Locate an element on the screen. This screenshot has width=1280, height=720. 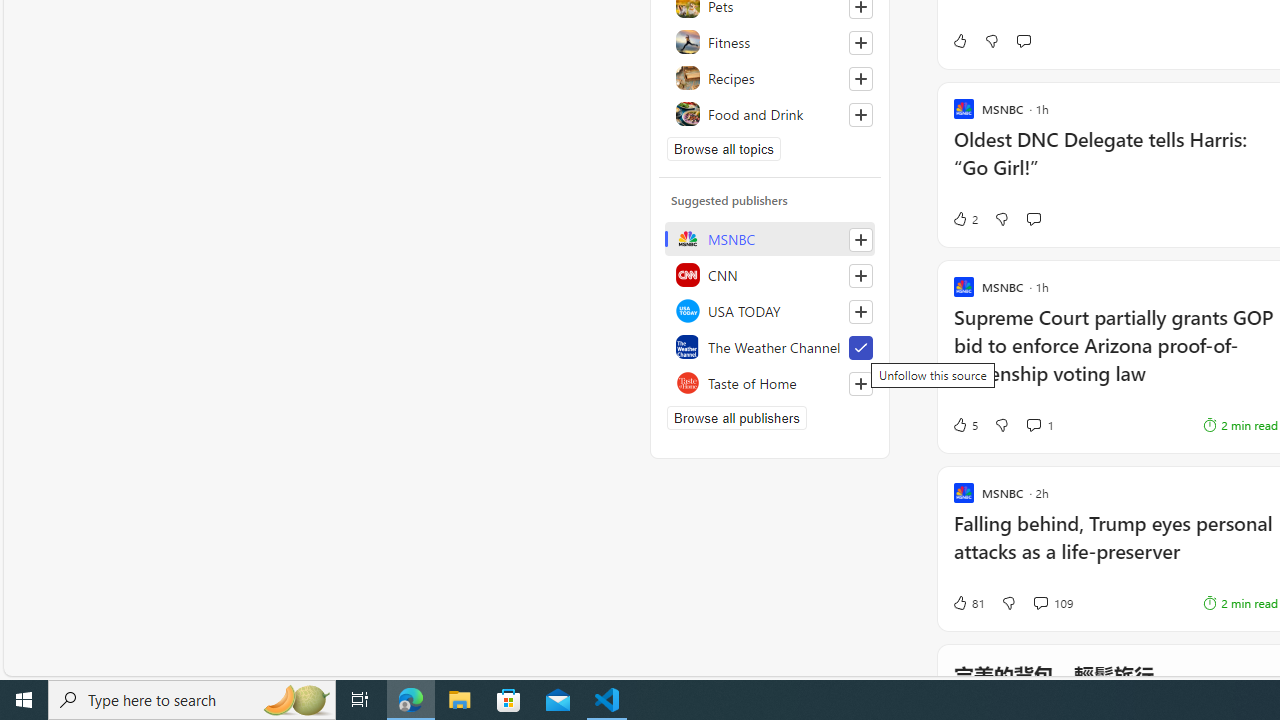
'81 Like' is located at coordinates (968, 602).